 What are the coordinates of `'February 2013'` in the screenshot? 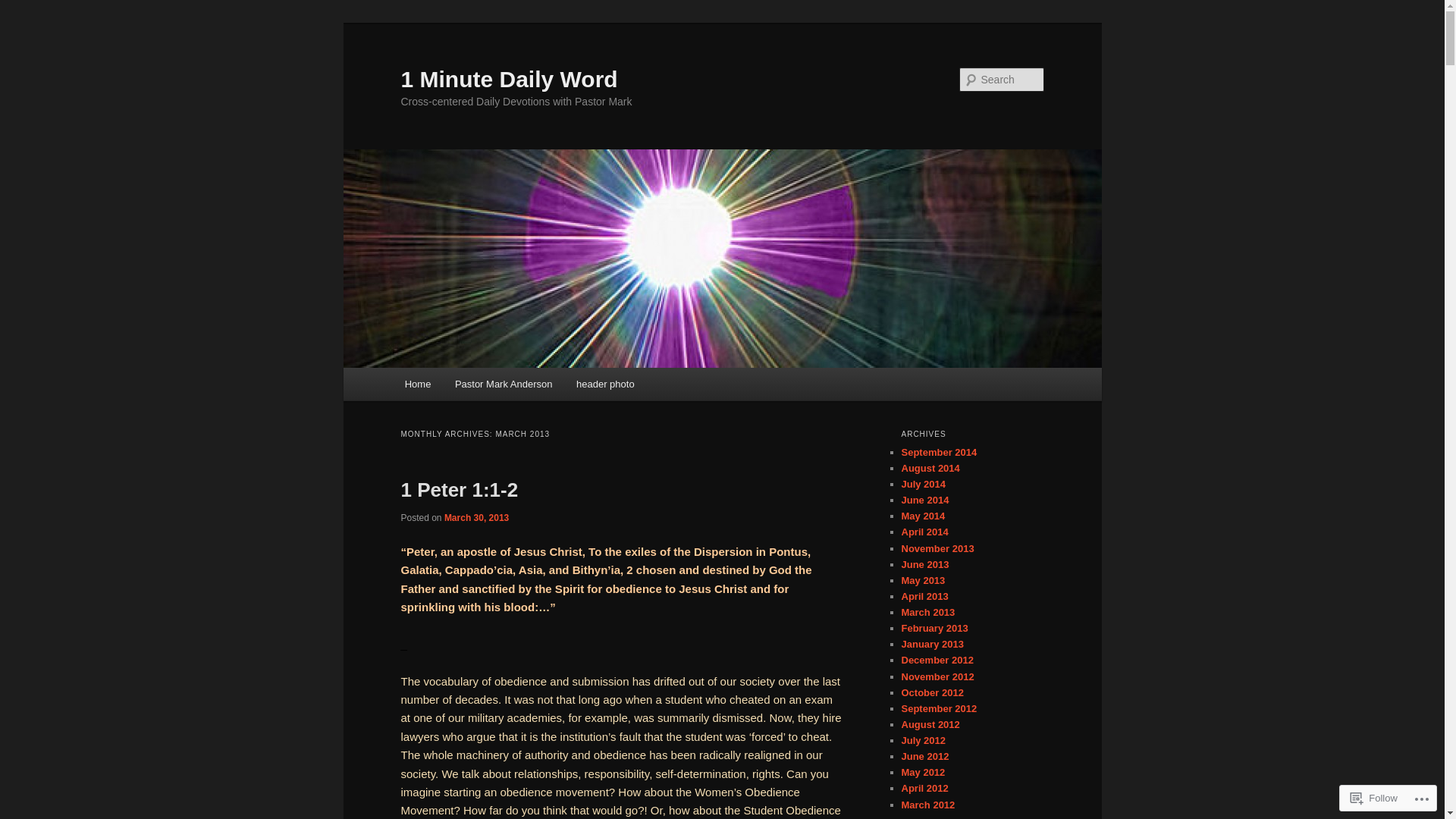 It's located at (934, 628).